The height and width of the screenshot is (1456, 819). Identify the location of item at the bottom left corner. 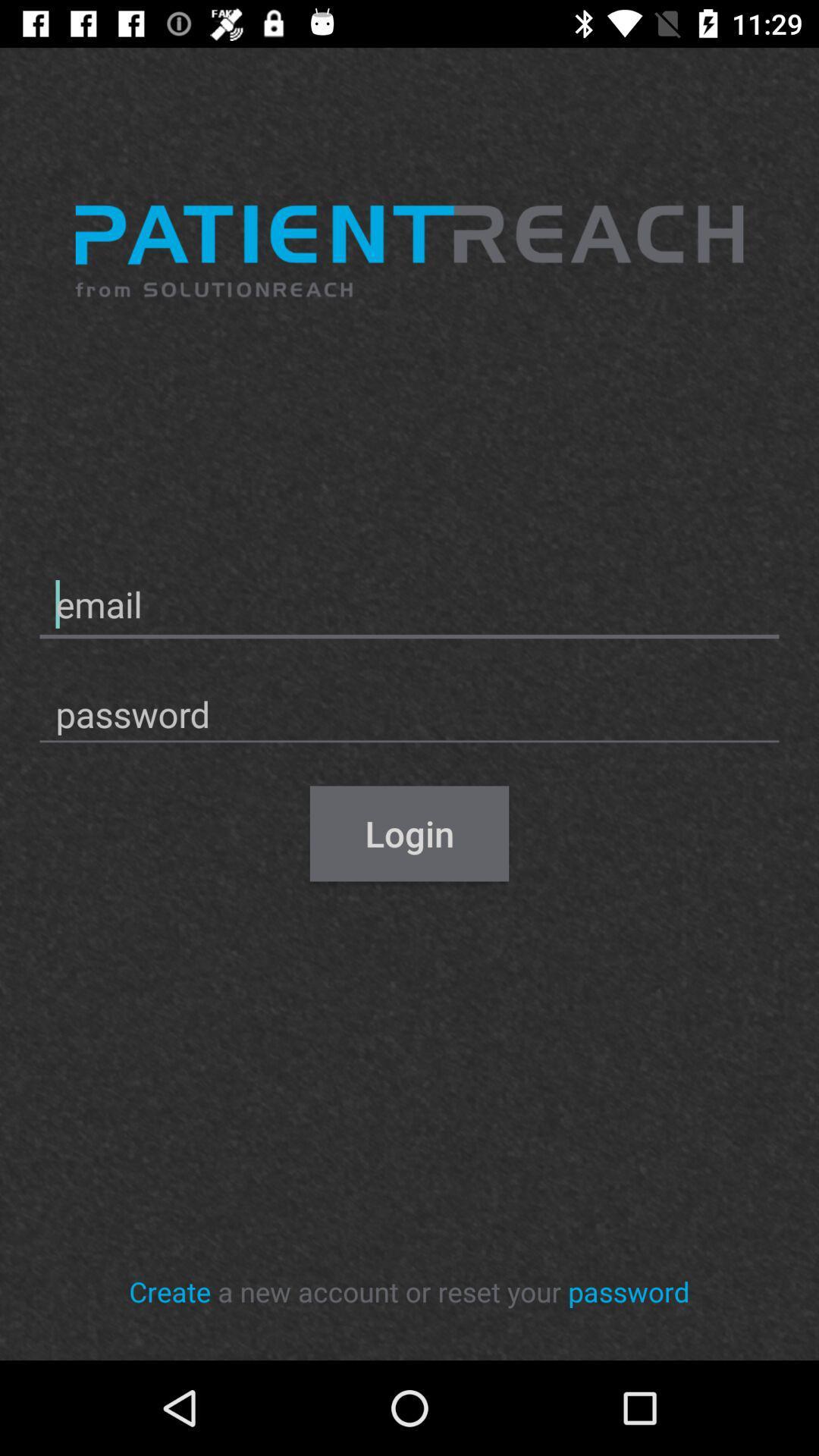
(170, 1291).